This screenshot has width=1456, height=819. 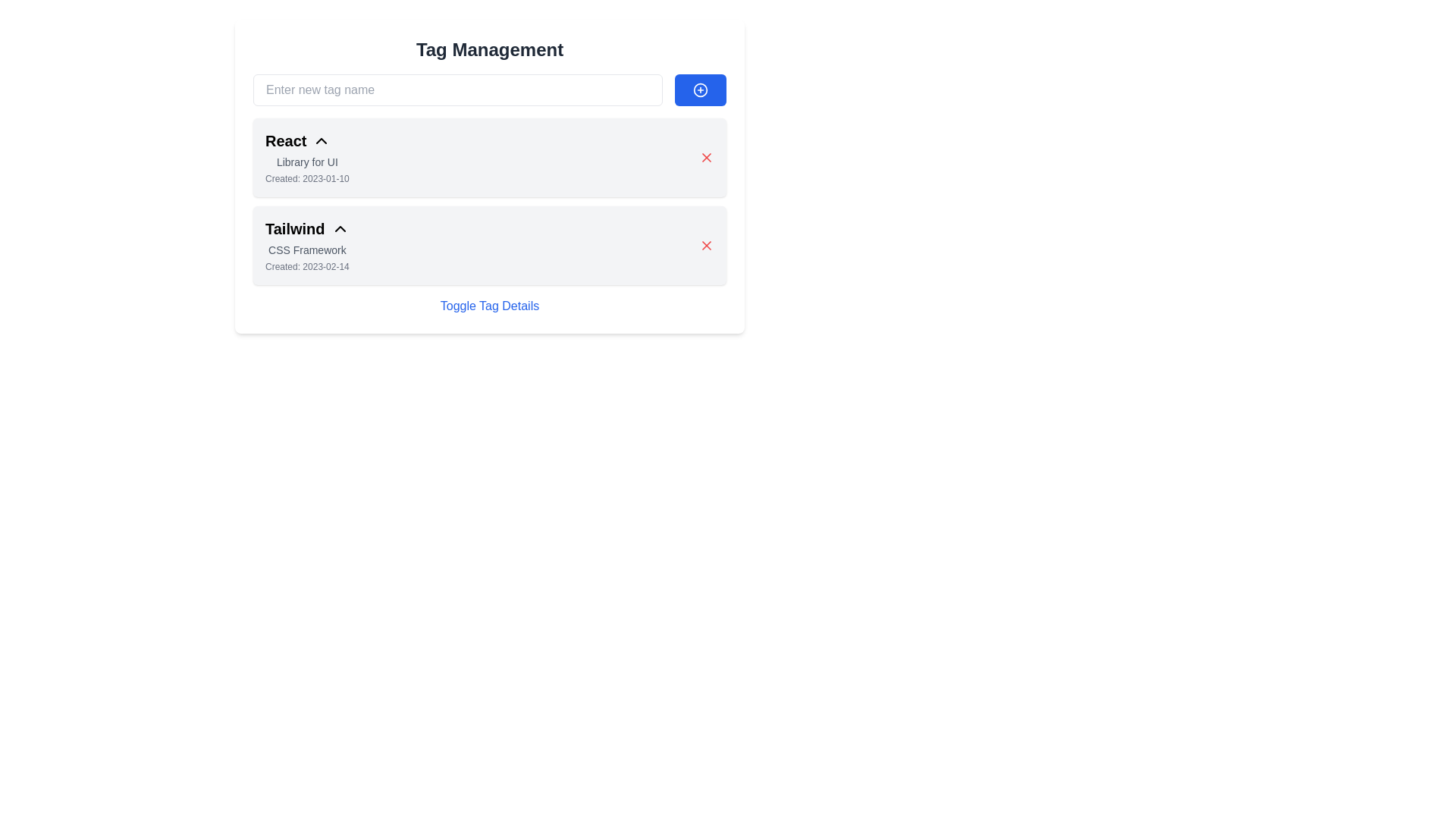 What do you see at coordinates (705, 245) in the screenshot?
I see `the delete button for the 'TailwindCSS Framework' item to change its color` at bounding box center [705, 245].